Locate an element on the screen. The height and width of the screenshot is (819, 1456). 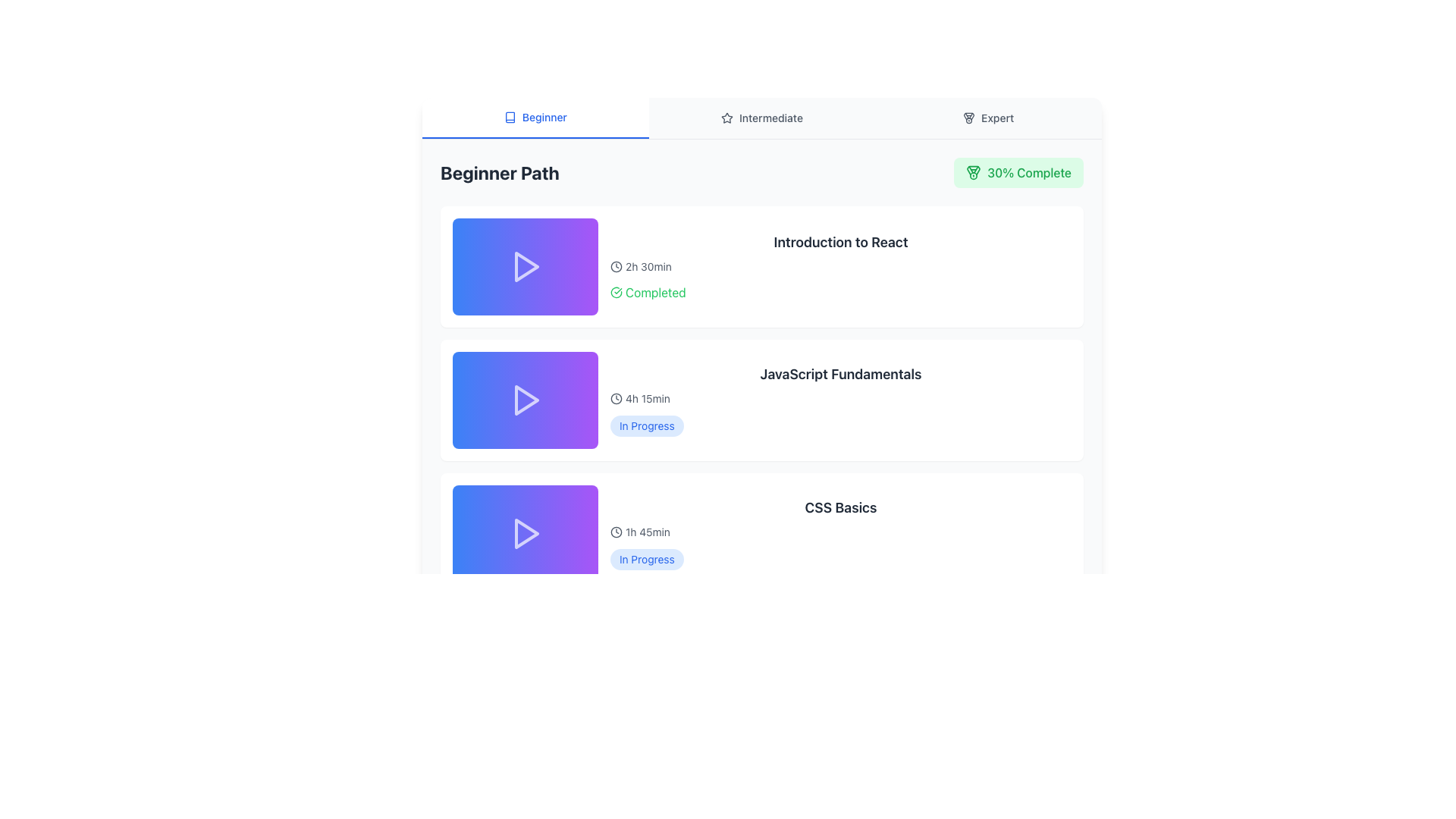
the 'Beginner' tab, which is the first tab in a tab-based navigation system, styled with a blue font and a small book icon is located at coordinates (535, 117).